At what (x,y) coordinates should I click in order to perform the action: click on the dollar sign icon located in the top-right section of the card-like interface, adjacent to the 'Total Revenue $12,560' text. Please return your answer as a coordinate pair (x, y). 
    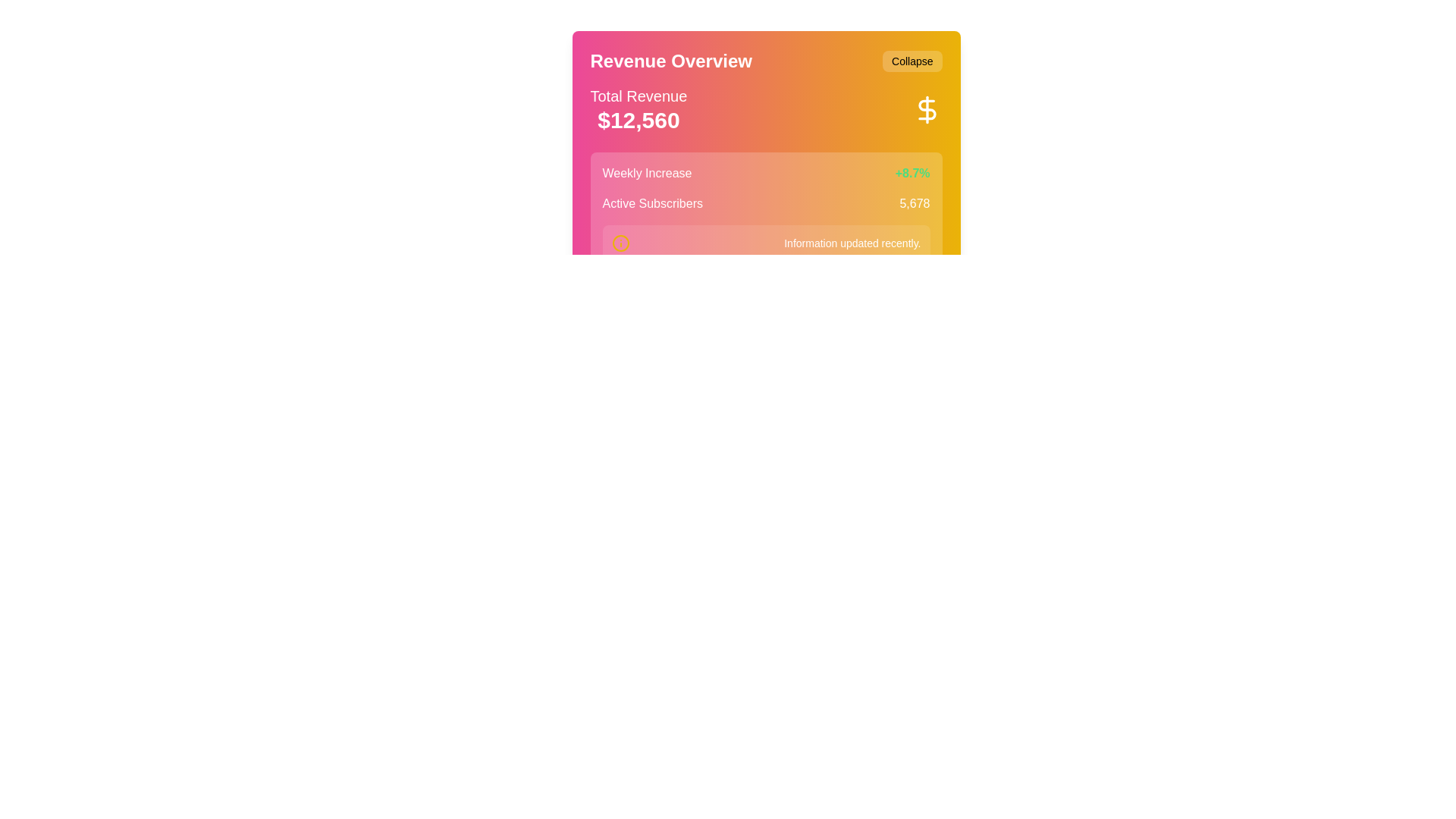
    Looking at the image, I should click on (926, 109).